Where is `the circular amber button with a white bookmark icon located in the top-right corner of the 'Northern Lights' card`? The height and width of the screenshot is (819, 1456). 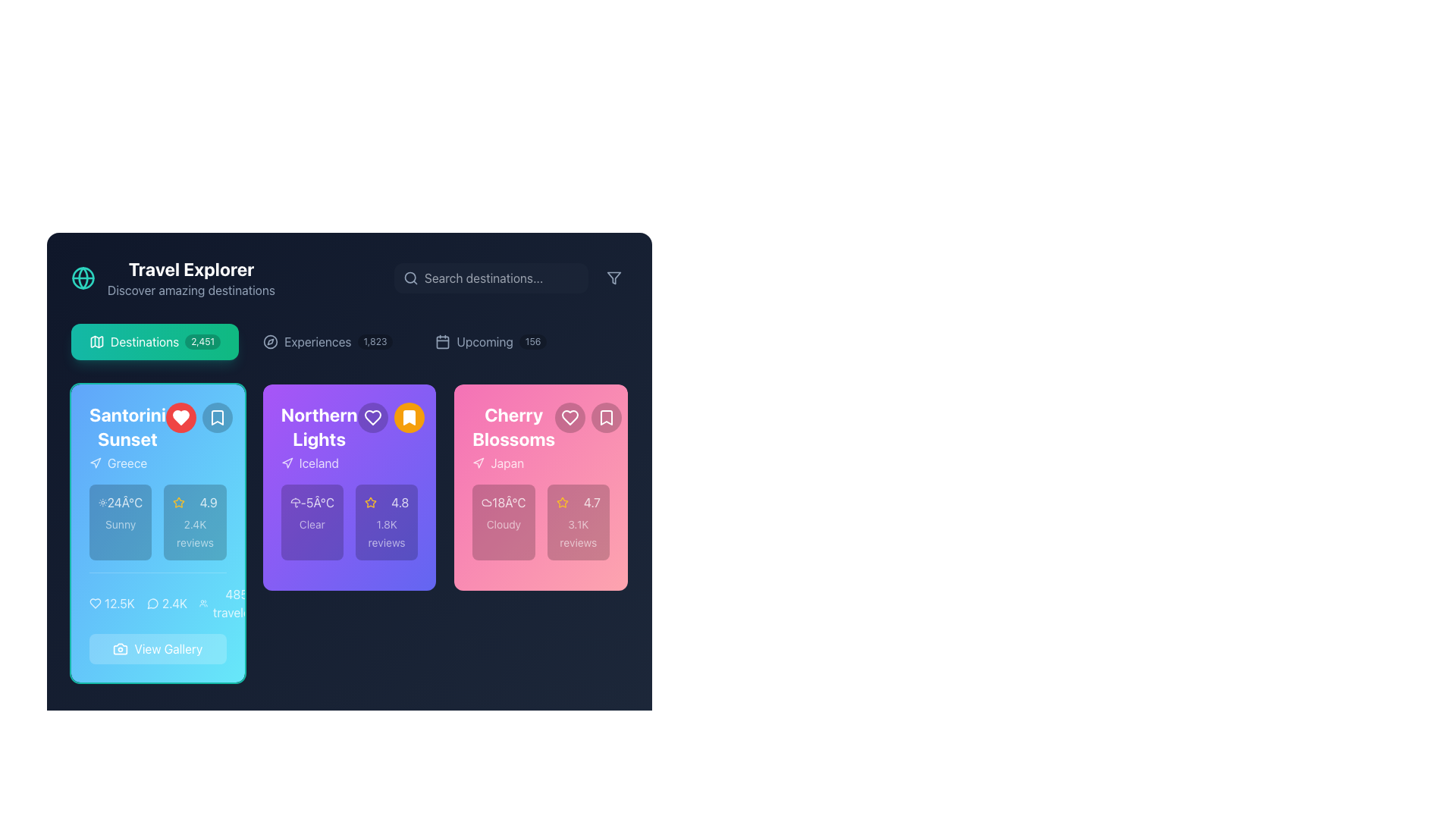
the circular amber button with a white bookmark icon located in the top-right corner of the 'Northern Lights' card is located at coordinates (409, 418).